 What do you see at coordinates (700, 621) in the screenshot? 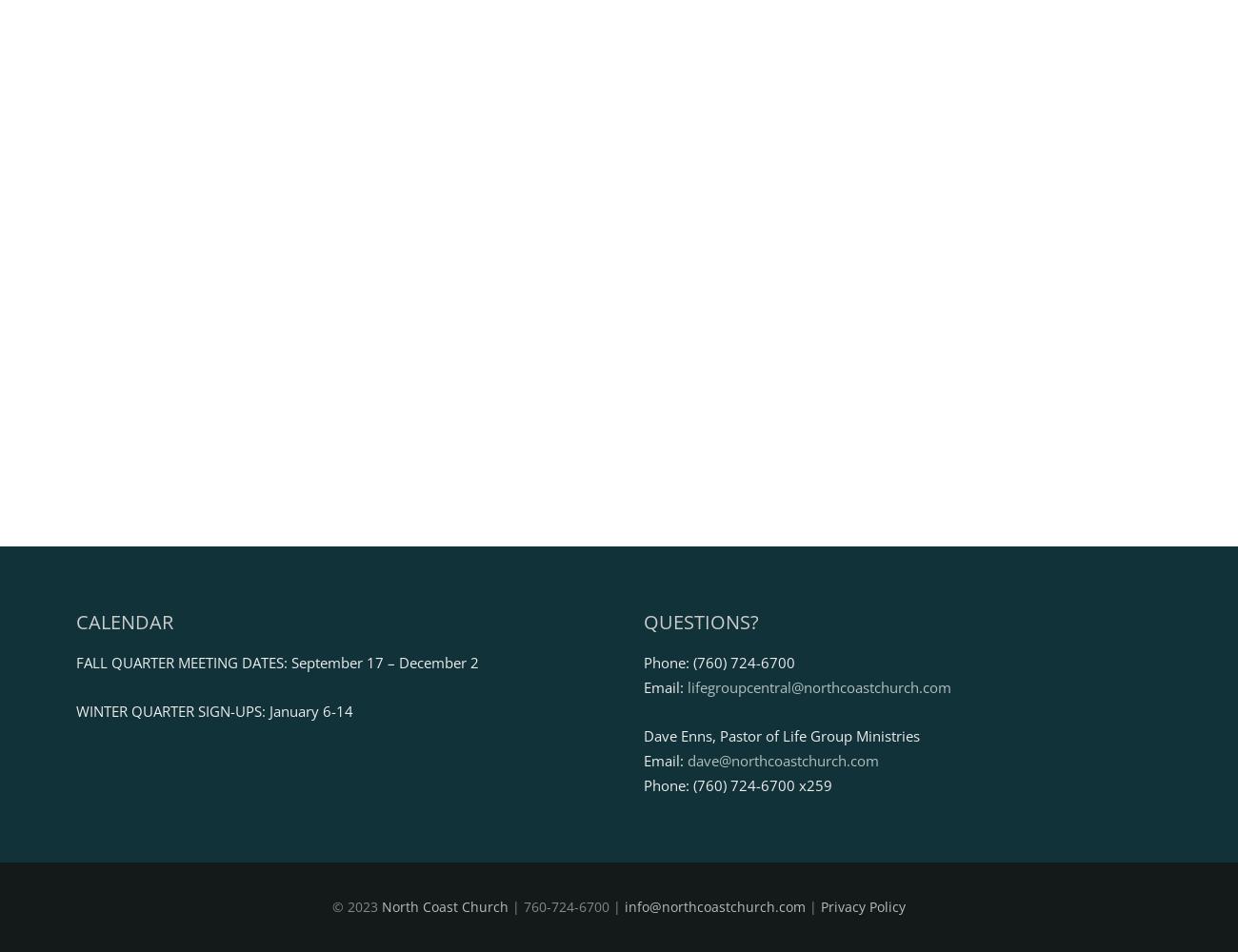
I see `'QUESTIONS?'` at bounding box center [700, 621].